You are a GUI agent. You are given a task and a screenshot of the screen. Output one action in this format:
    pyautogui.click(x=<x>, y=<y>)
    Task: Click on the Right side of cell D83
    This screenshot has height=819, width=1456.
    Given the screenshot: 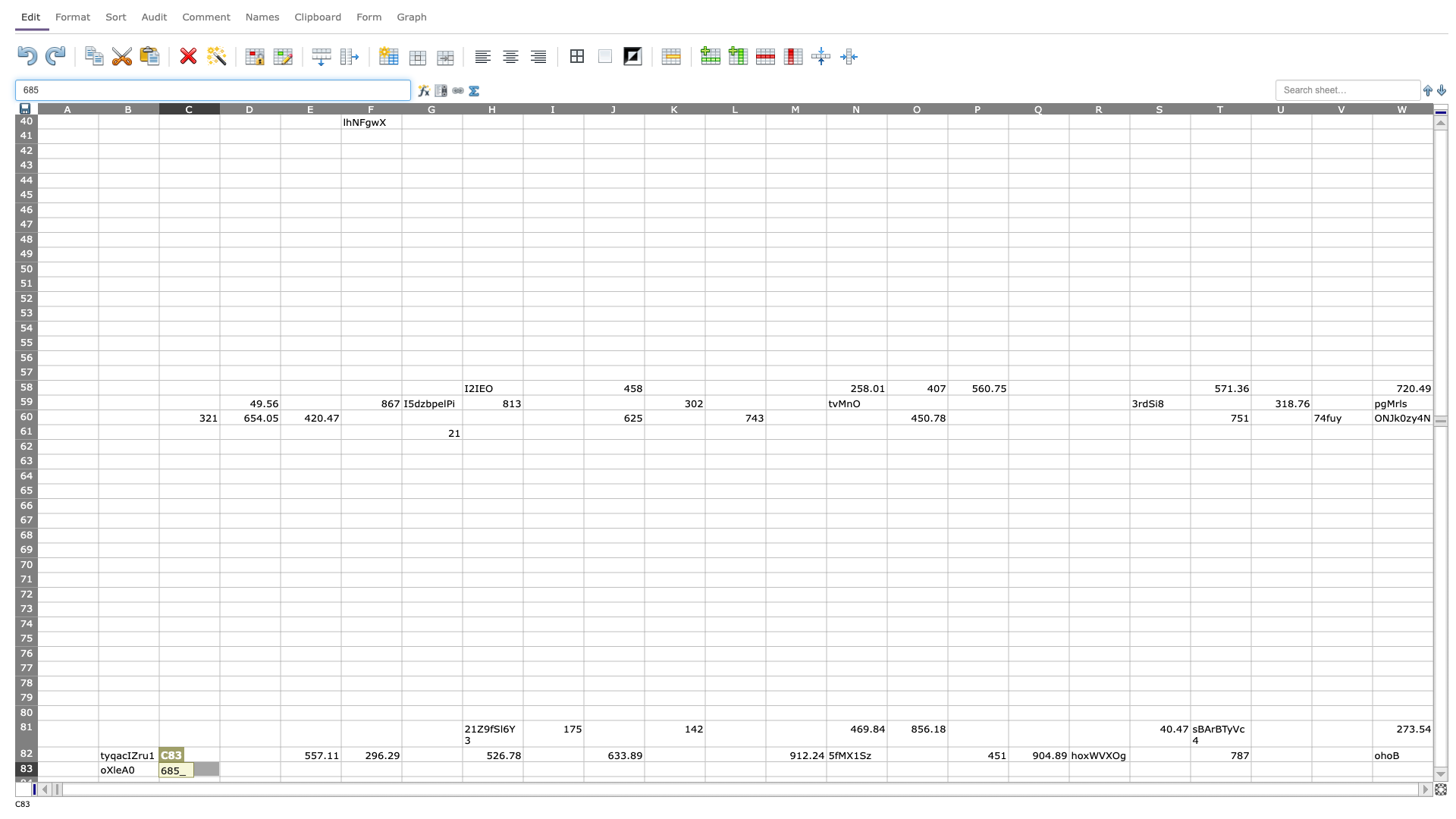 What is the action you would take?
    pyautogui.click(x=280, y=769)
    